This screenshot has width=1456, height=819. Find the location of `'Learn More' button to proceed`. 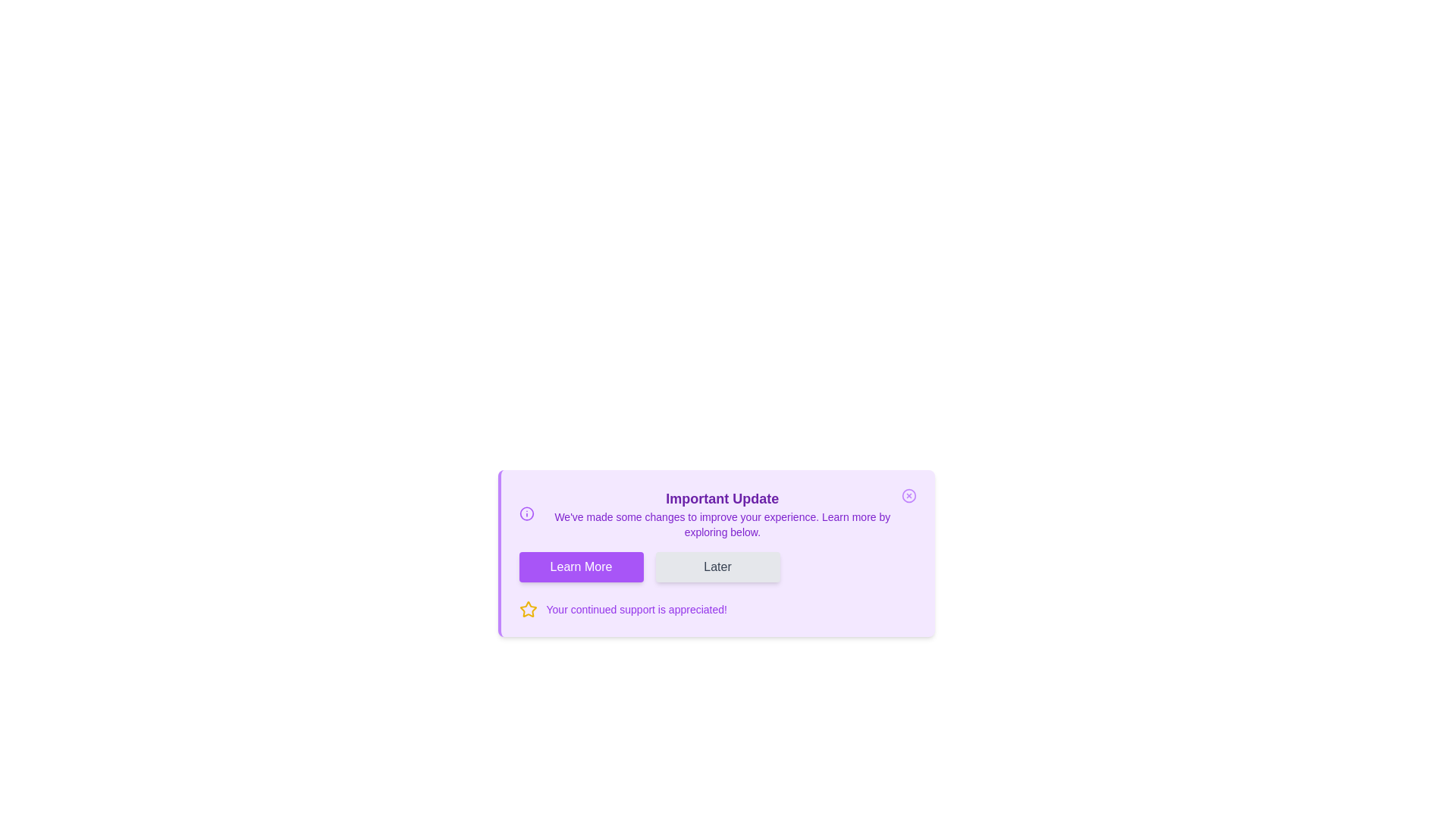

'Learn More' button to proceed is located at coordinates (580, 567).